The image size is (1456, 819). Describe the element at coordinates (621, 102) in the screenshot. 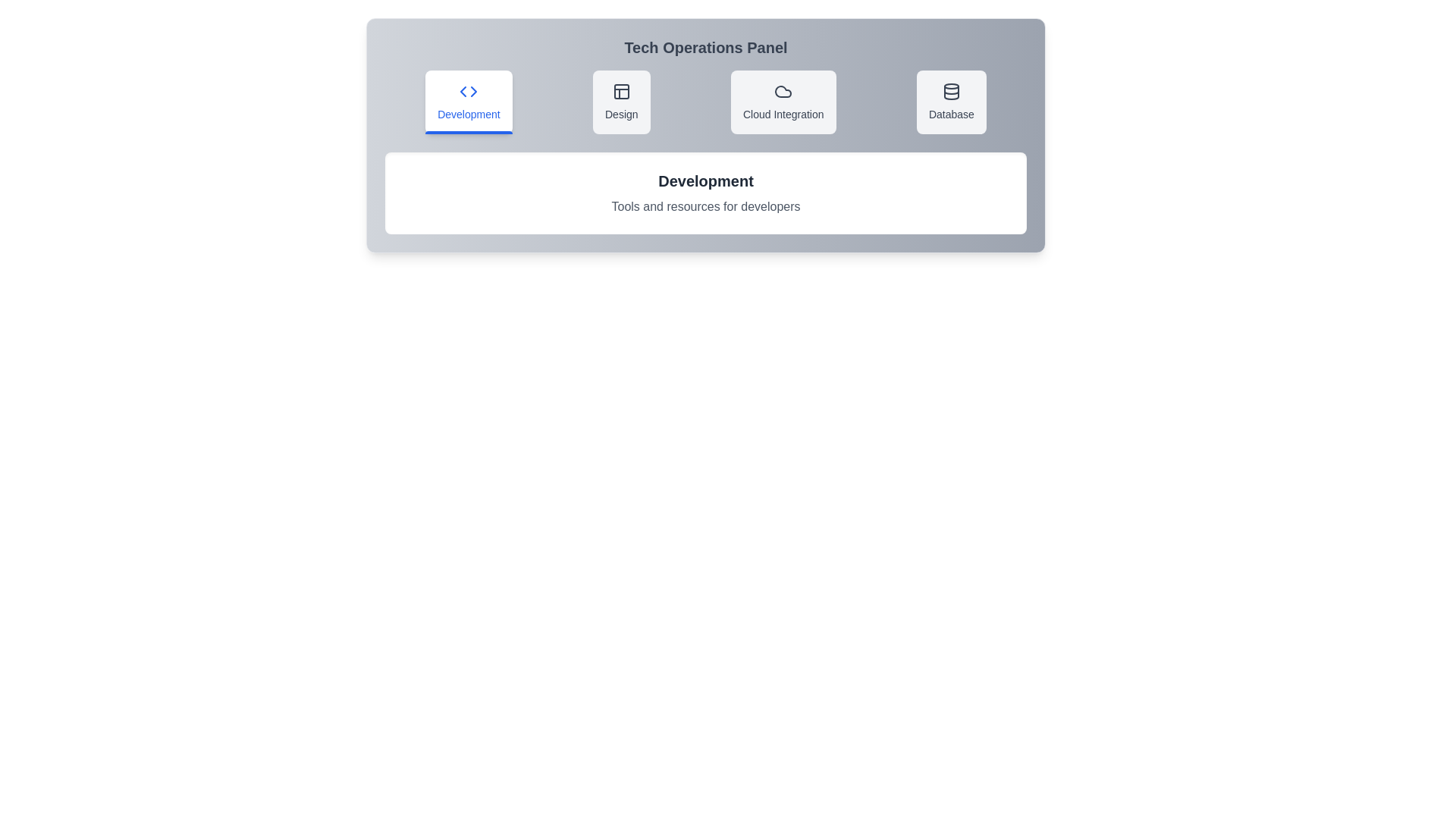

I see `the Design tab to observe its hover effect` at that location.